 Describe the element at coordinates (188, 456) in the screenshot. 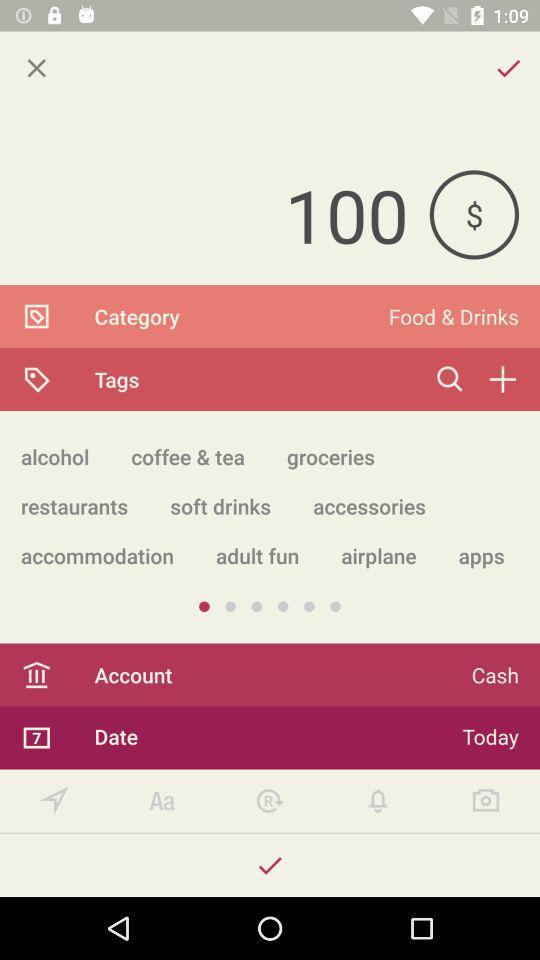

I see `the coffee & tea app` at that location.